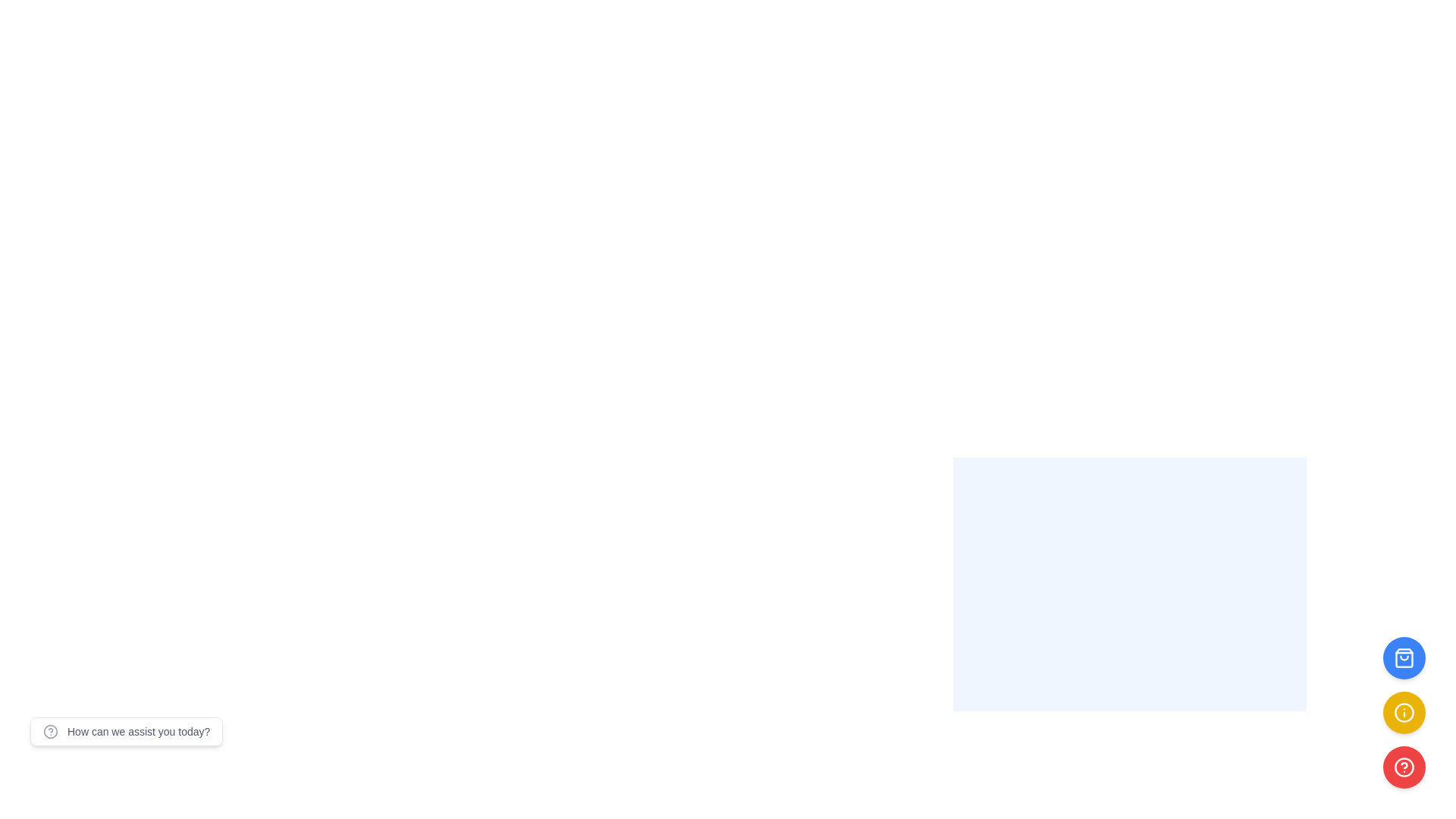  Describe the element at coordinates (1404, 713) in the screenshot. I see `the circular icon button with a yellow background and white information symbol located` at that location.